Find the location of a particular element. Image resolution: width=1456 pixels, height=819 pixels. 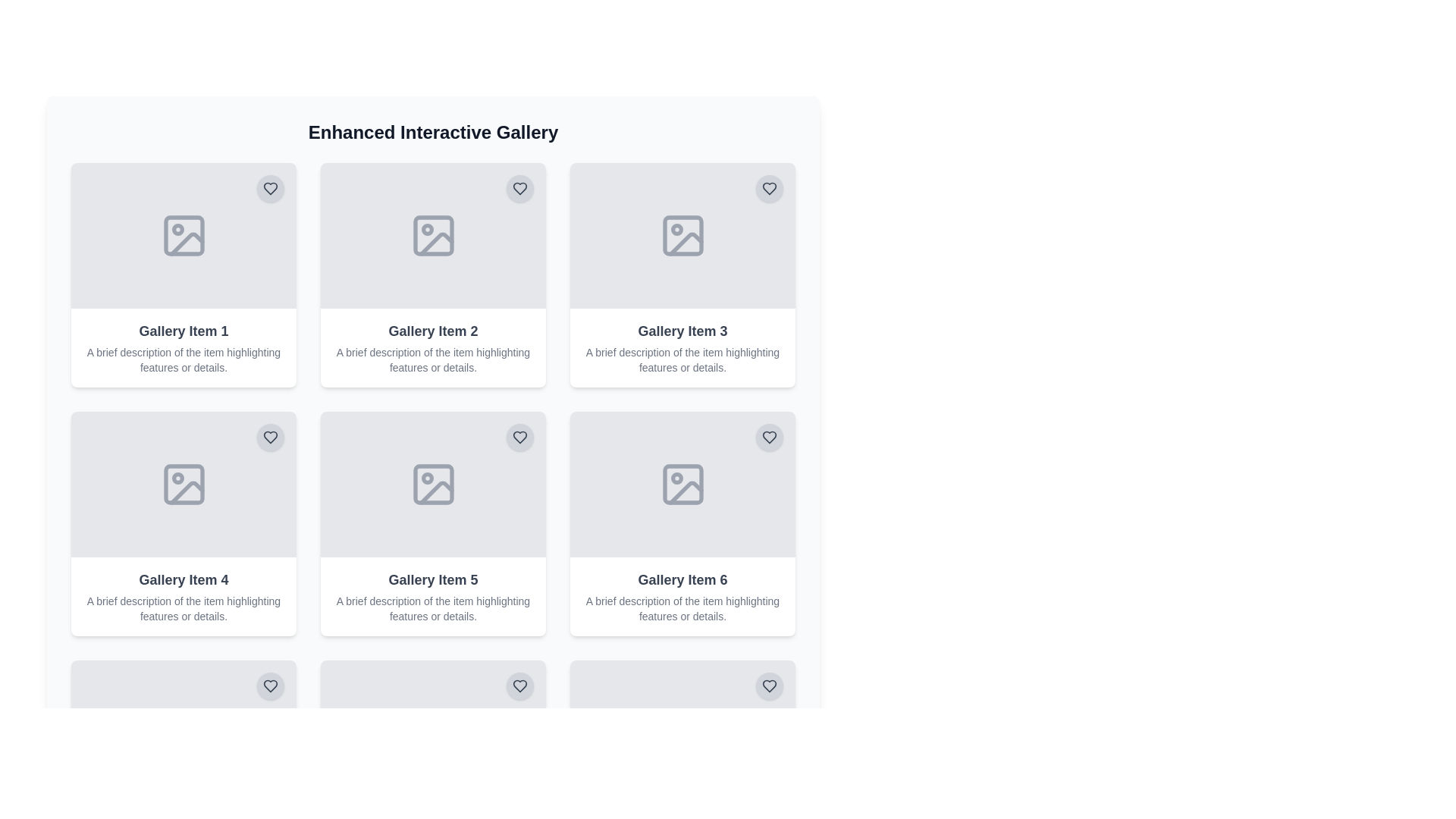

the icon in the center of the gray placeholder box for 'Gallery Item 5' located in the second row and second column of the gallery grid is located at coordinates (432, 485).